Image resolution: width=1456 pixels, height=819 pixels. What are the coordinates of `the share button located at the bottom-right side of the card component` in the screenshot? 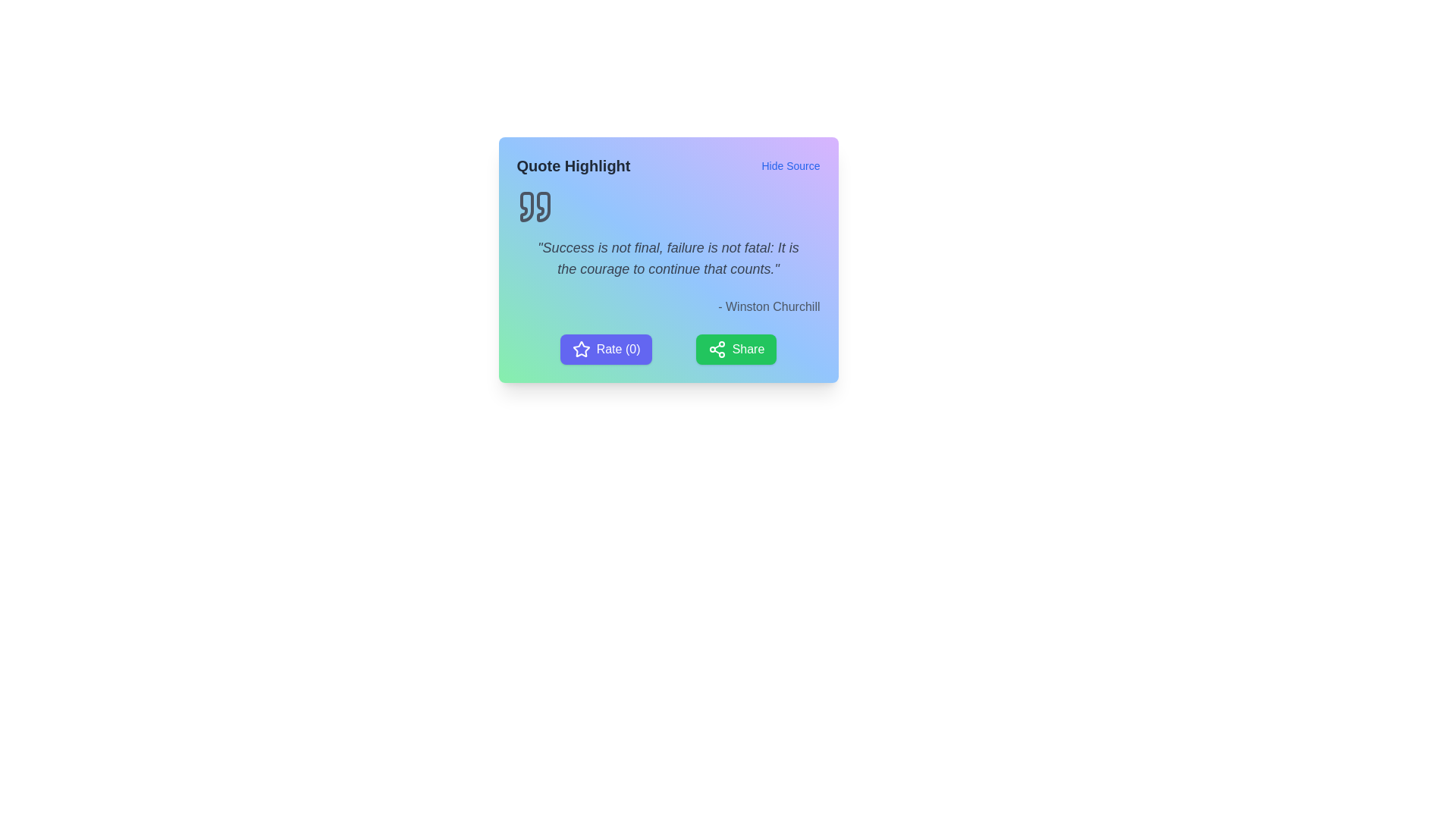 It's located at (736, 350).